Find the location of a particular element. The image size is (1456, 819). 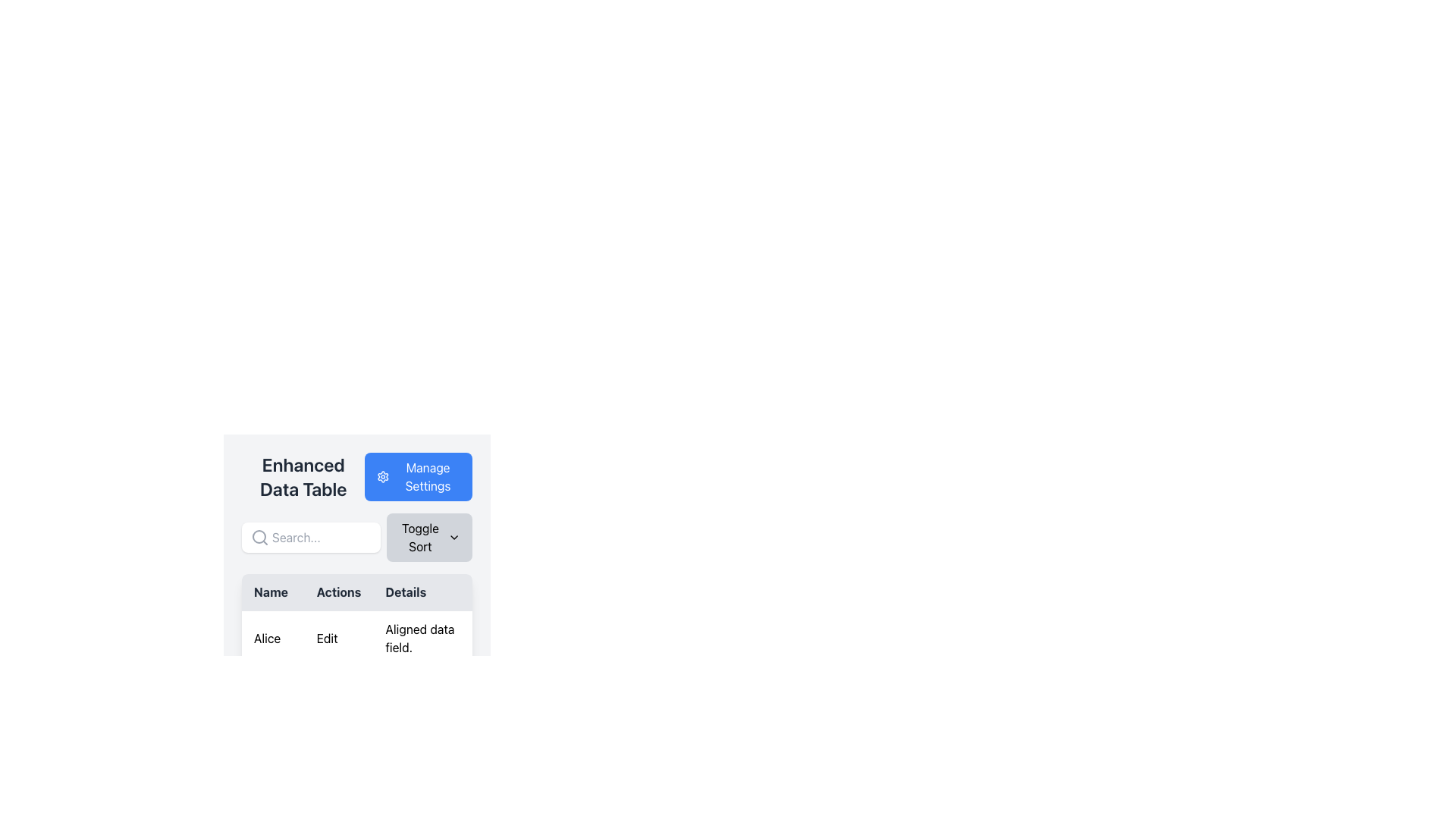

the cell containing 'Alice' in the first row of the data table is located at coordinates (356, 693).